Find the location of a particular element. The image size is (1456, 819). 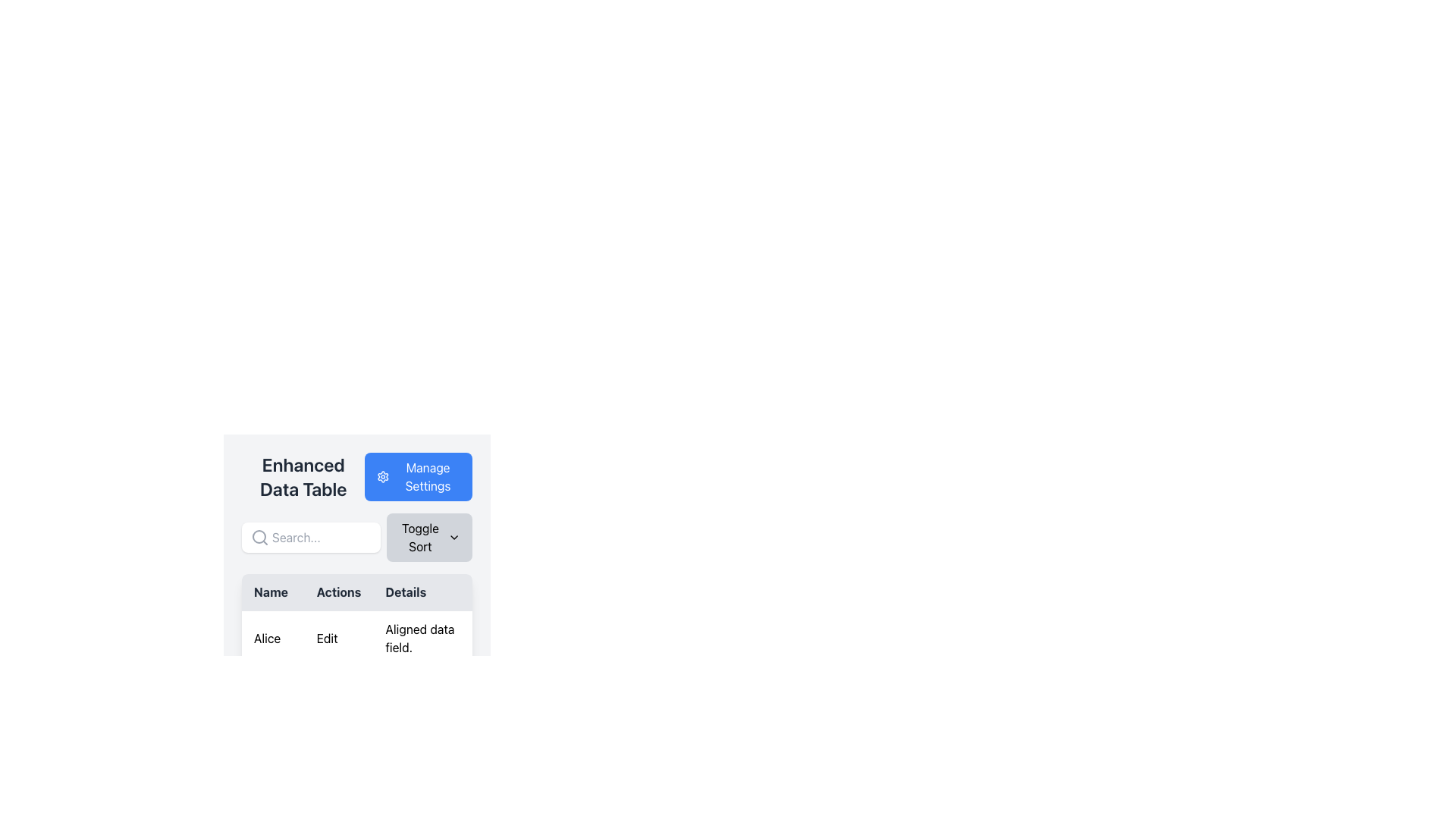

the cell containing 'Alice' in the first row of the data table is located at coordinates (356, 693).